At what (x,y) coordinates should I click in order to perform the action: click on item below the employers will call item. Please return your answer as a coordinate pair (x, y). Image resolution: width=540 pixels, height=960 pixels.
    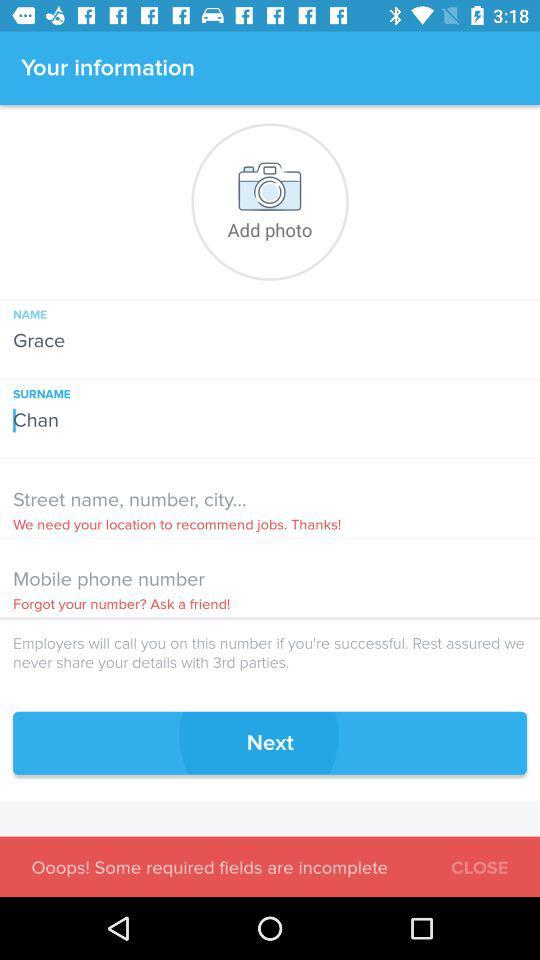
    Looking at the image, I should click on (270, 742).